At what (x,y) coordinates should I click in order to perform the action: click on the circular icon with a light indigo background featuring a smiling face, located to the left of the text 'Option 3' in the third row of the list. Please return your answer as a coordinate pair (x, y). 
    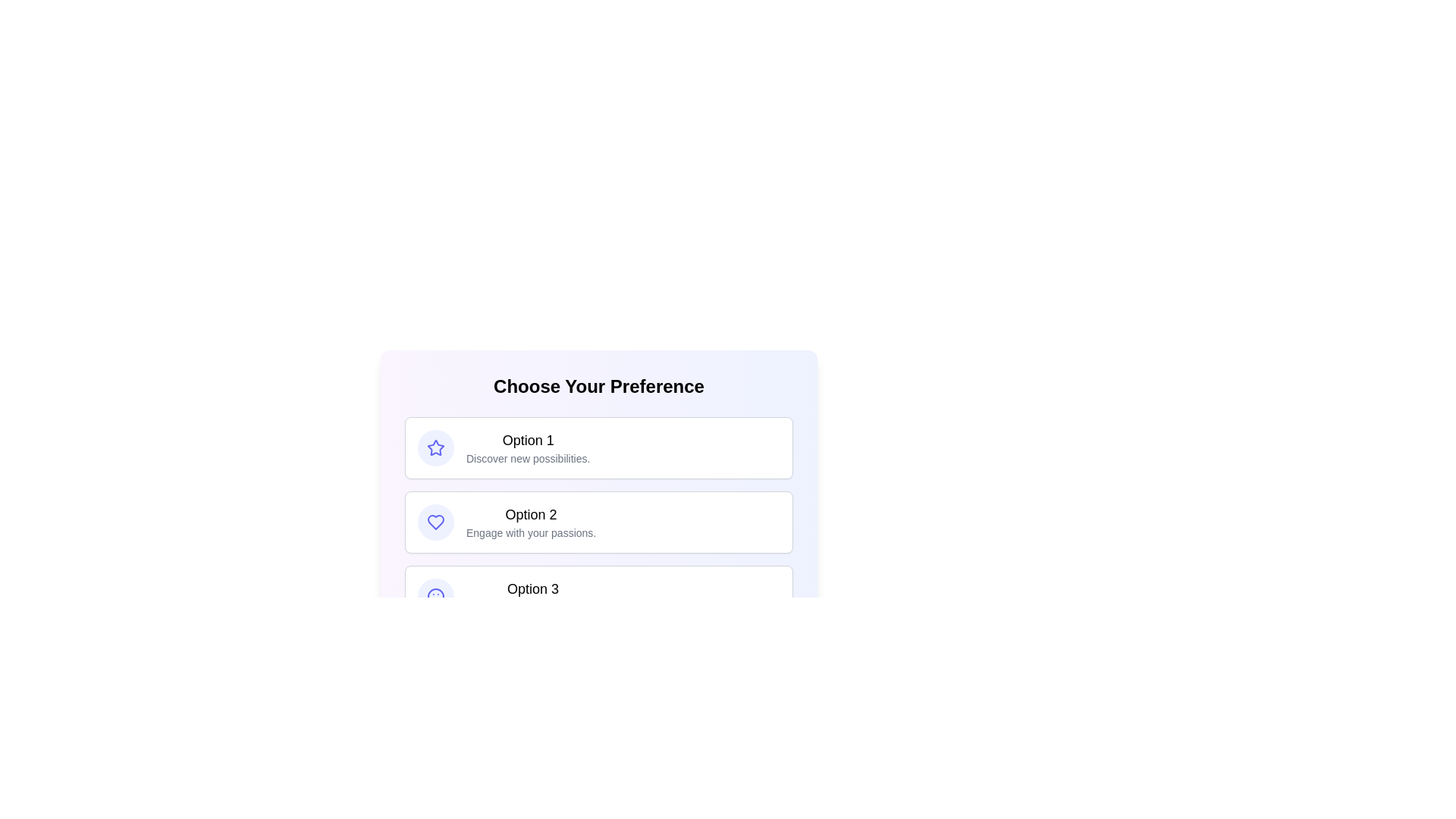
    Looking at the image, I should click on (435, 595).